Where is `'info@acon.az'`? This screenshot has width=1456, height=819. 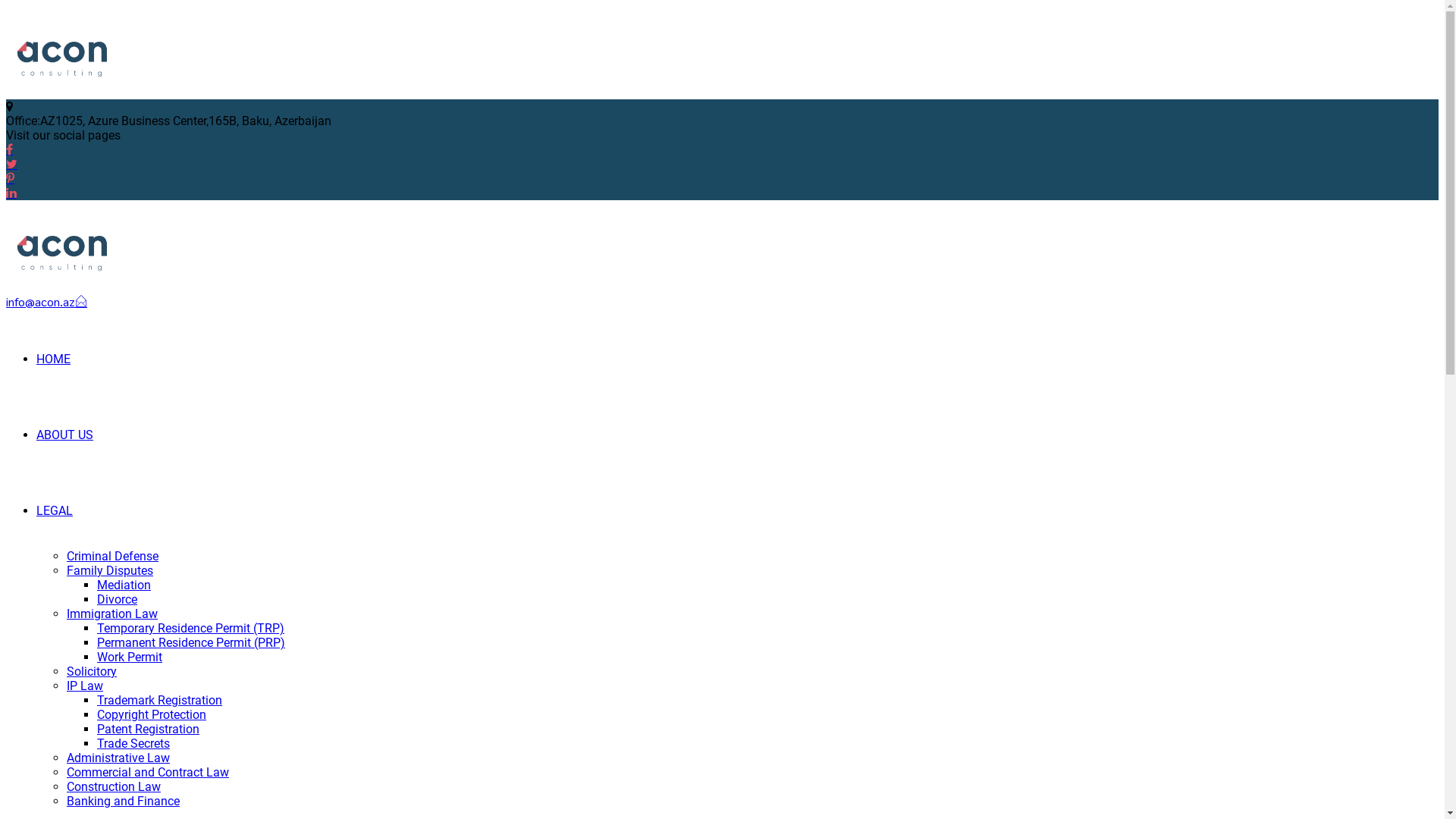
'info@acon.az' is located at coordinates (46, 302).